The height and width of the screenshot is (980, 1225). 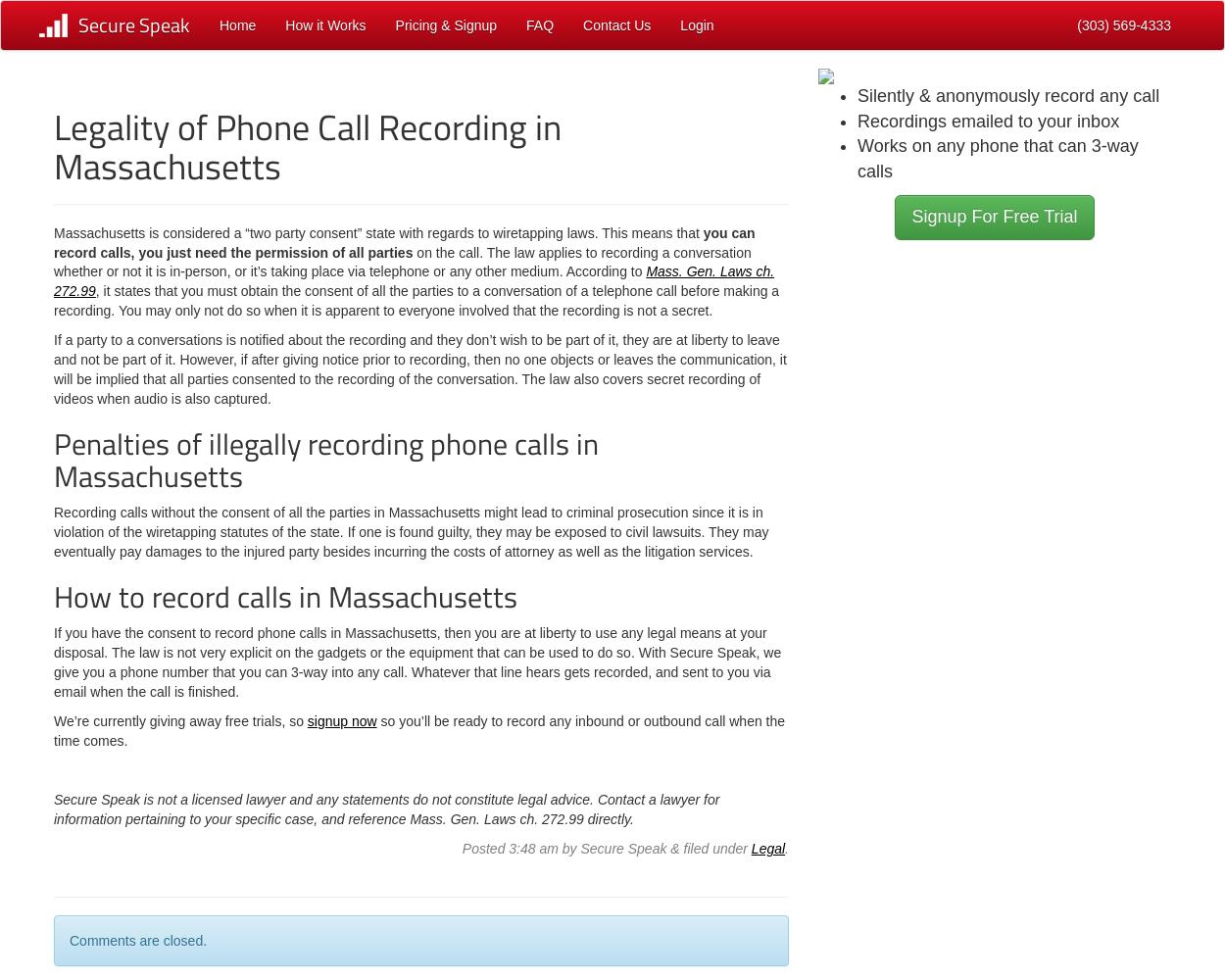 What do you see at coordinates (54, 596) in the screenshot?
I see `'How to record calls in Massachusetts'` at bounding box center [54, 596].